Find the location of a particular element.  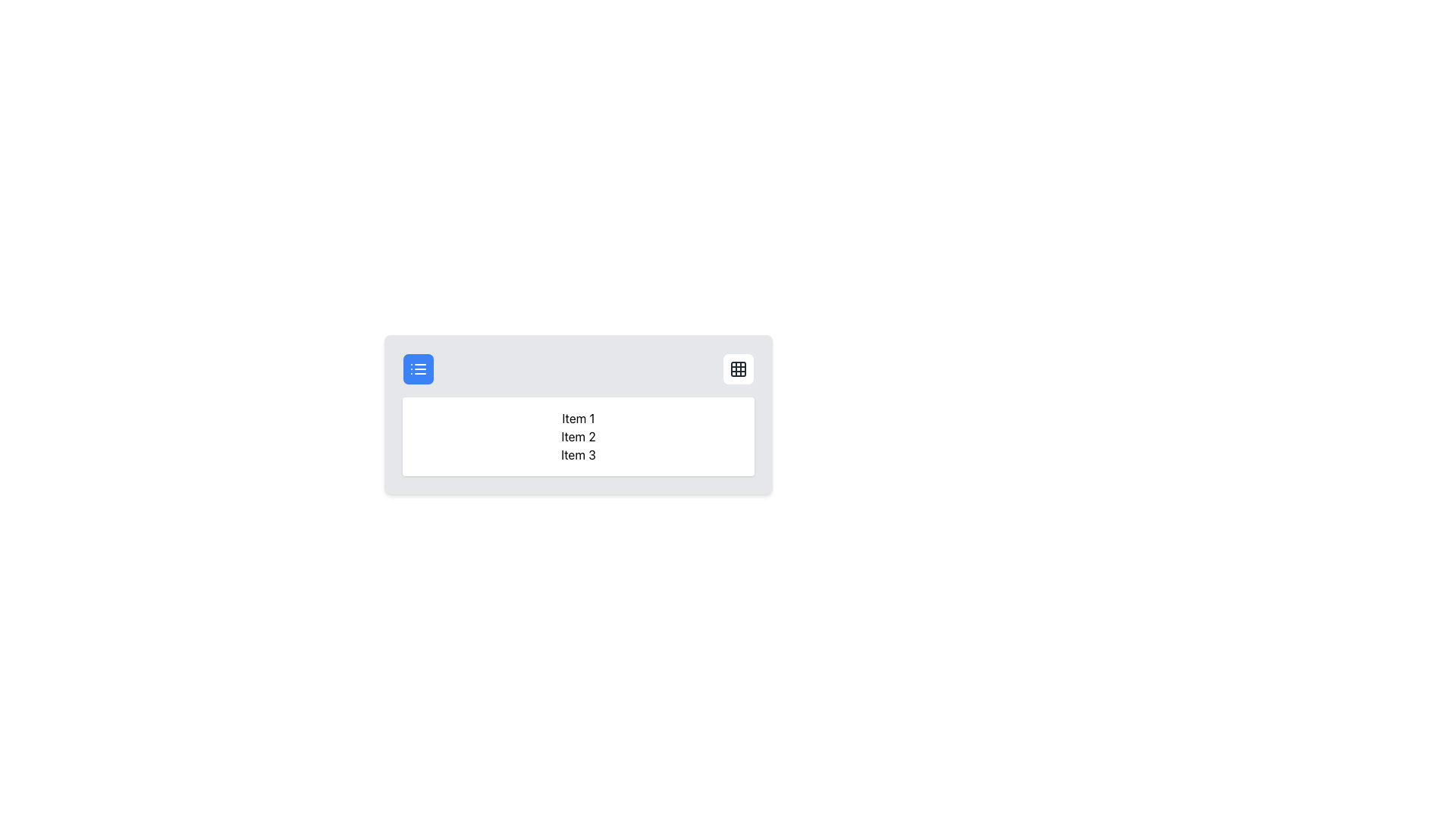

the Text Label labeled 'Item 3', which is the third item in a vertical list of three items, displayed in a simple black font on a plain background, located at the bottom of the list is located at coordinates (578, 454).